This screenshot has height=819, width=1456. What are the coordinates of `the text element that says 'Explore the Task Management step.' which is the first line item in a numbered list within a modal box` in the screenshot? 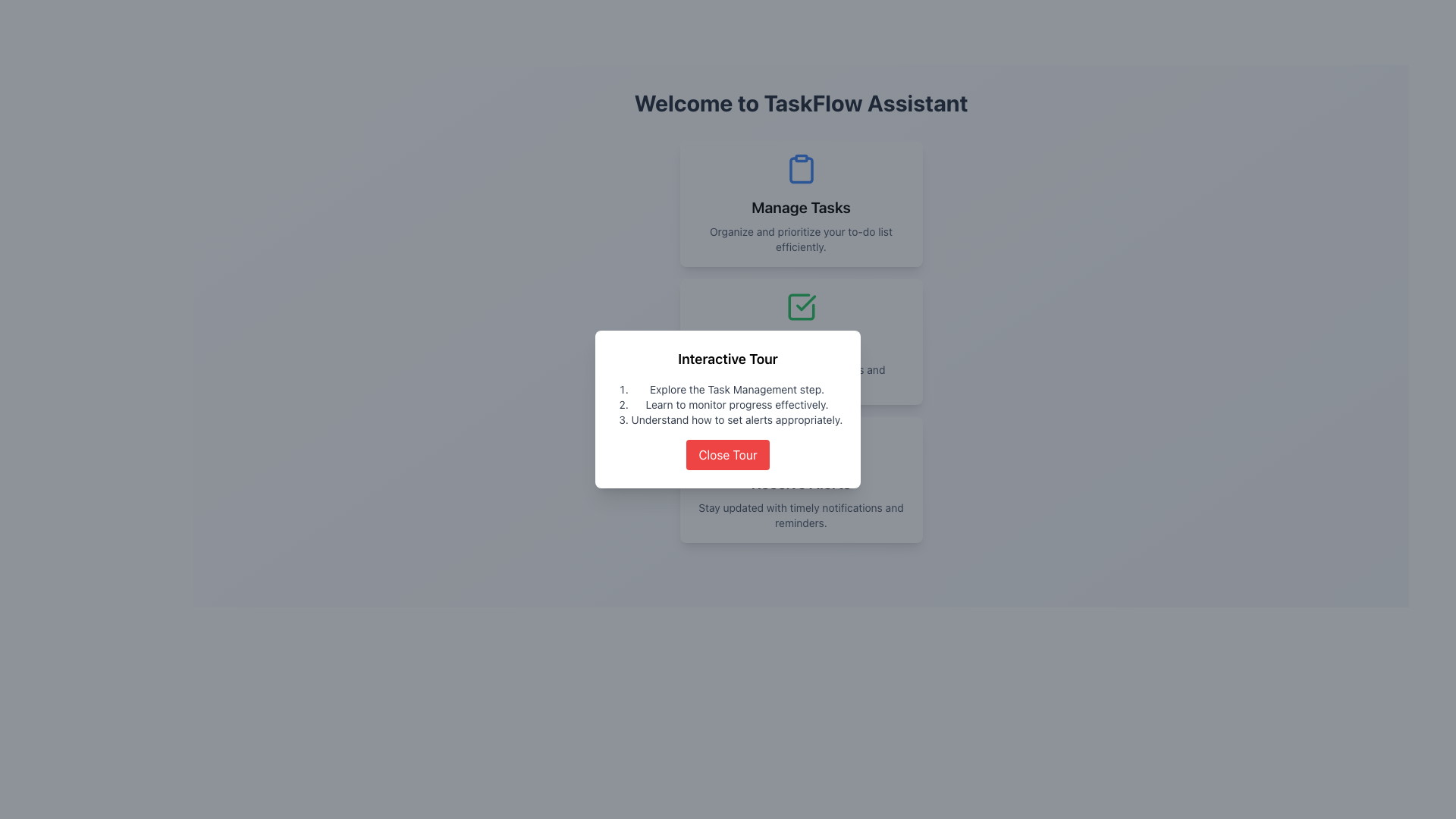 It's located at (736, 388).